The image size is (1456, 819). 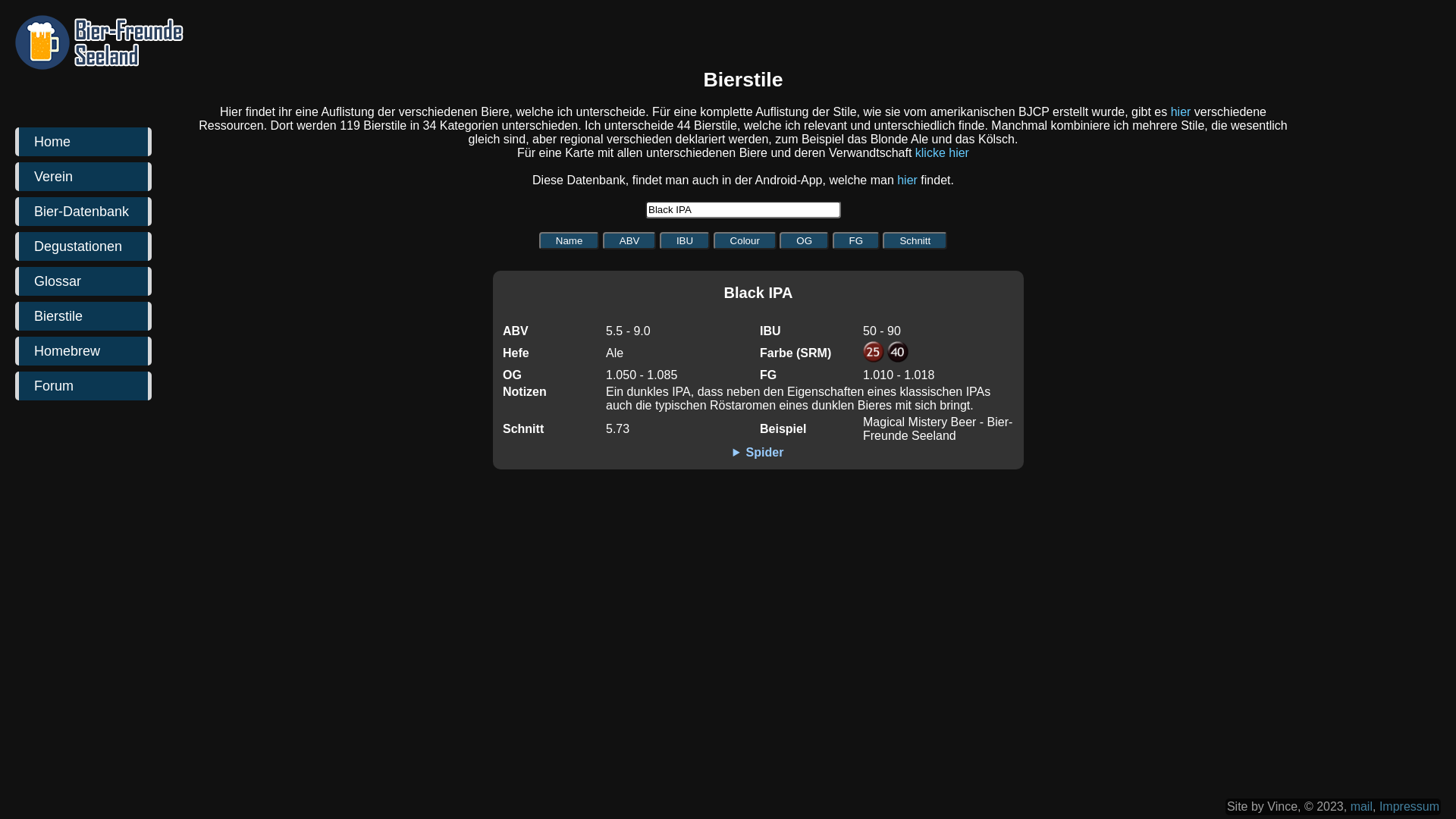 I want to click on 'Degustationen', so click(x=83, y=245).